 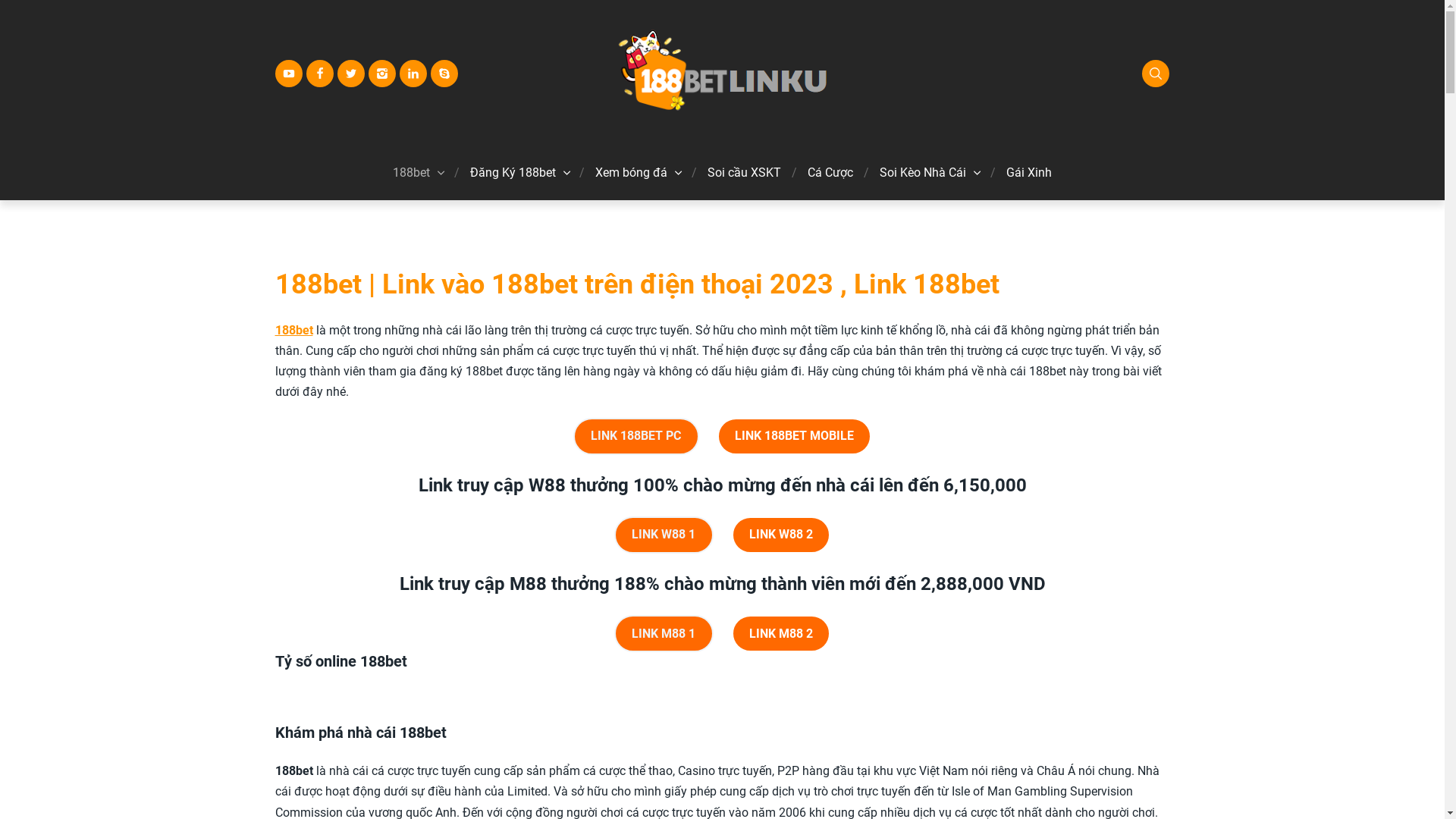 What do you see at coordinates (793, 436) in the screenshot?
I see `'LINK 188BET MOBILE'` at bounding box center [793, 436].